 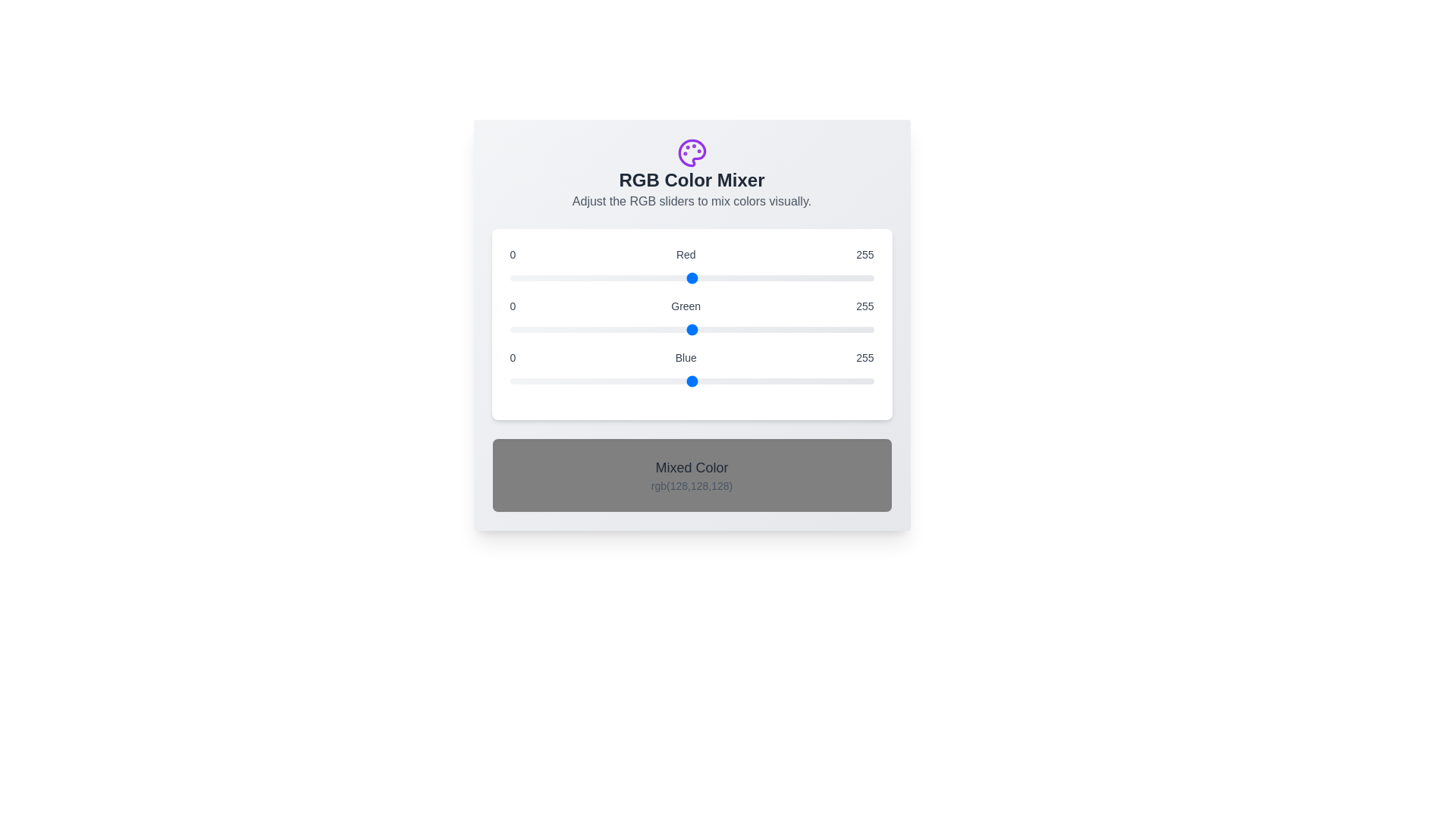 I want to click on the blue slider to a specific value 155 within the range 0 to 255, so click(x=731, y=380).